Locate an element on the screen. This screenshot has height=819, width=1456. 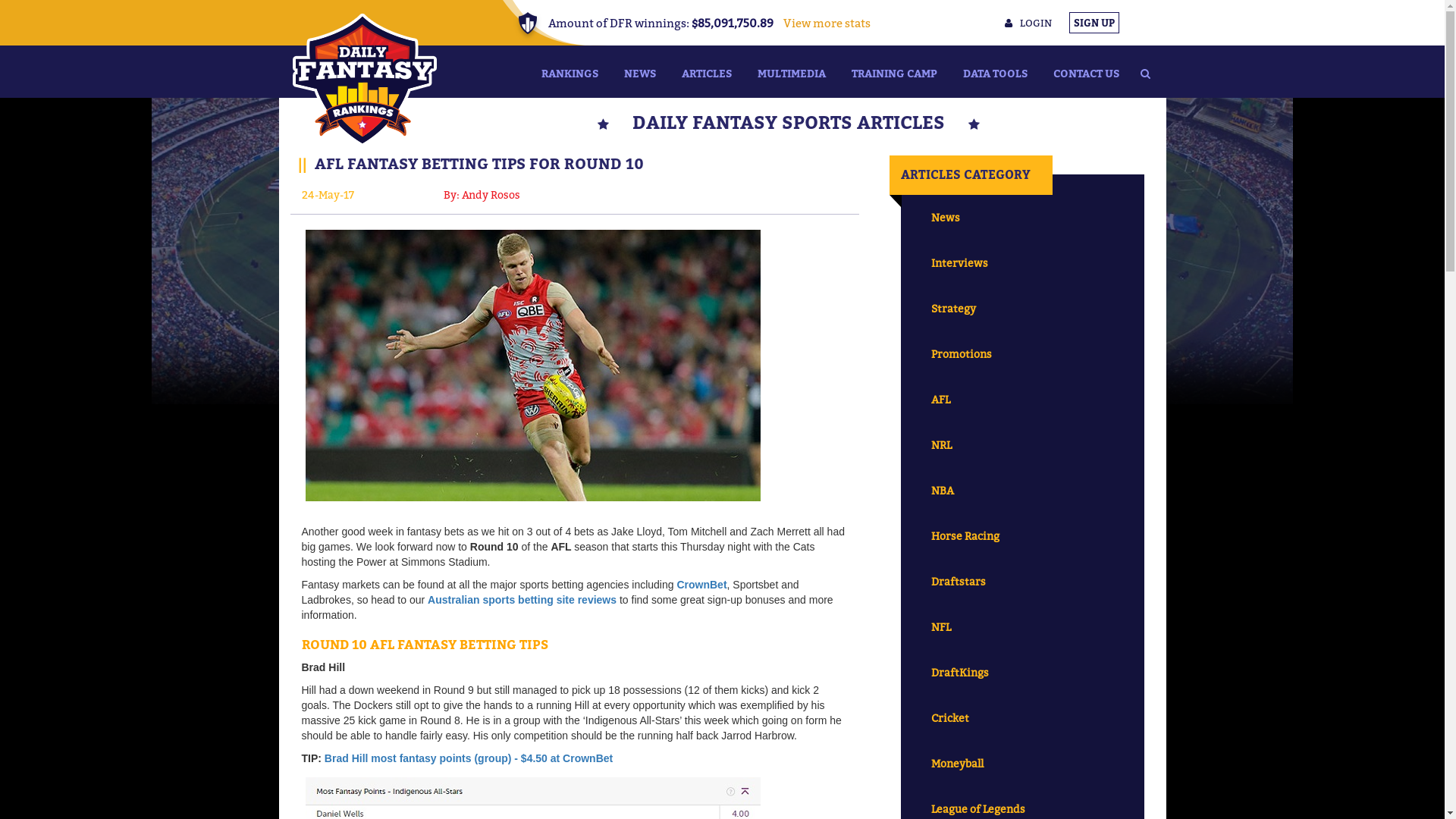
'News' is located at coordinates (1022, 217).